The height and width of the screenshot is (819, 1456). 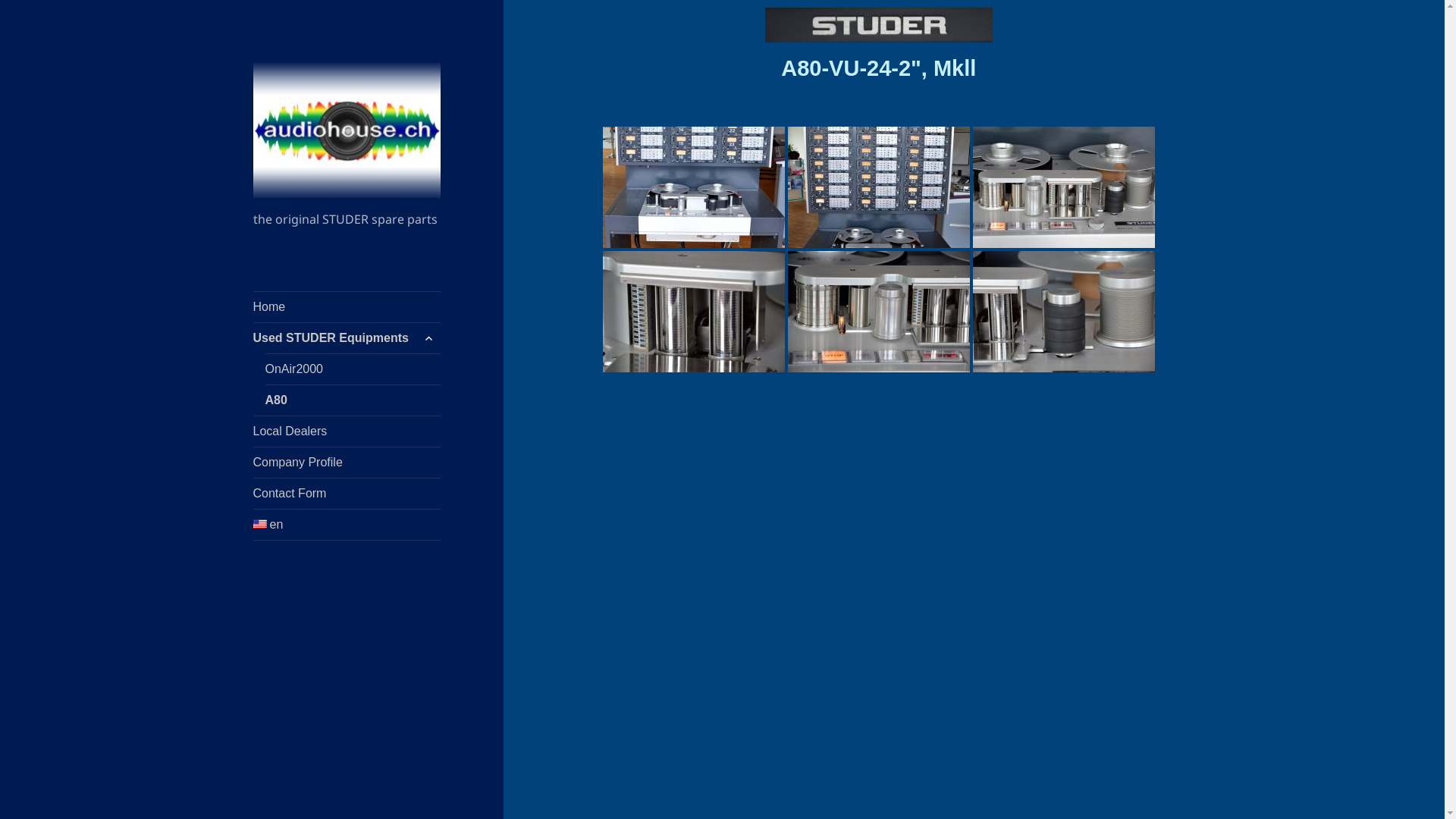 What do you see at coordinates (878, 311) in the screenshot?
I see `'A80-VU-24-239-4-scaled'` at bounding box center [878, 311].